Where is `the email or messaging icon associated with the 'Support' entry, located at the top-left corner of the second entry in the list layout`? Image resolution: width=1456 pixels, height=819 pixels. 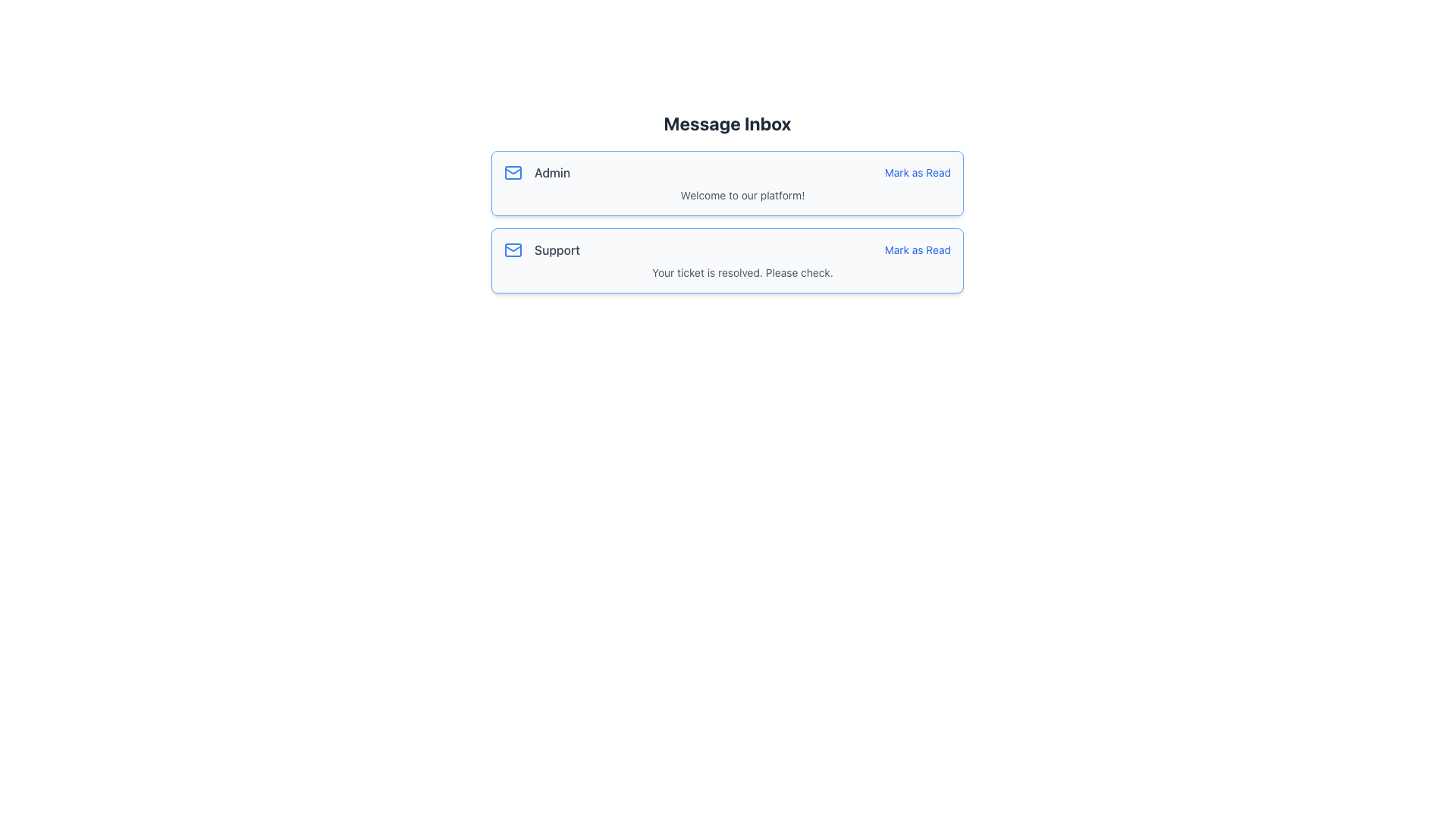 the email or messaging icon associated with the 'Support' entry, located at the top-left corner of the second entry in the list layout is located at coordinates (513, 249).